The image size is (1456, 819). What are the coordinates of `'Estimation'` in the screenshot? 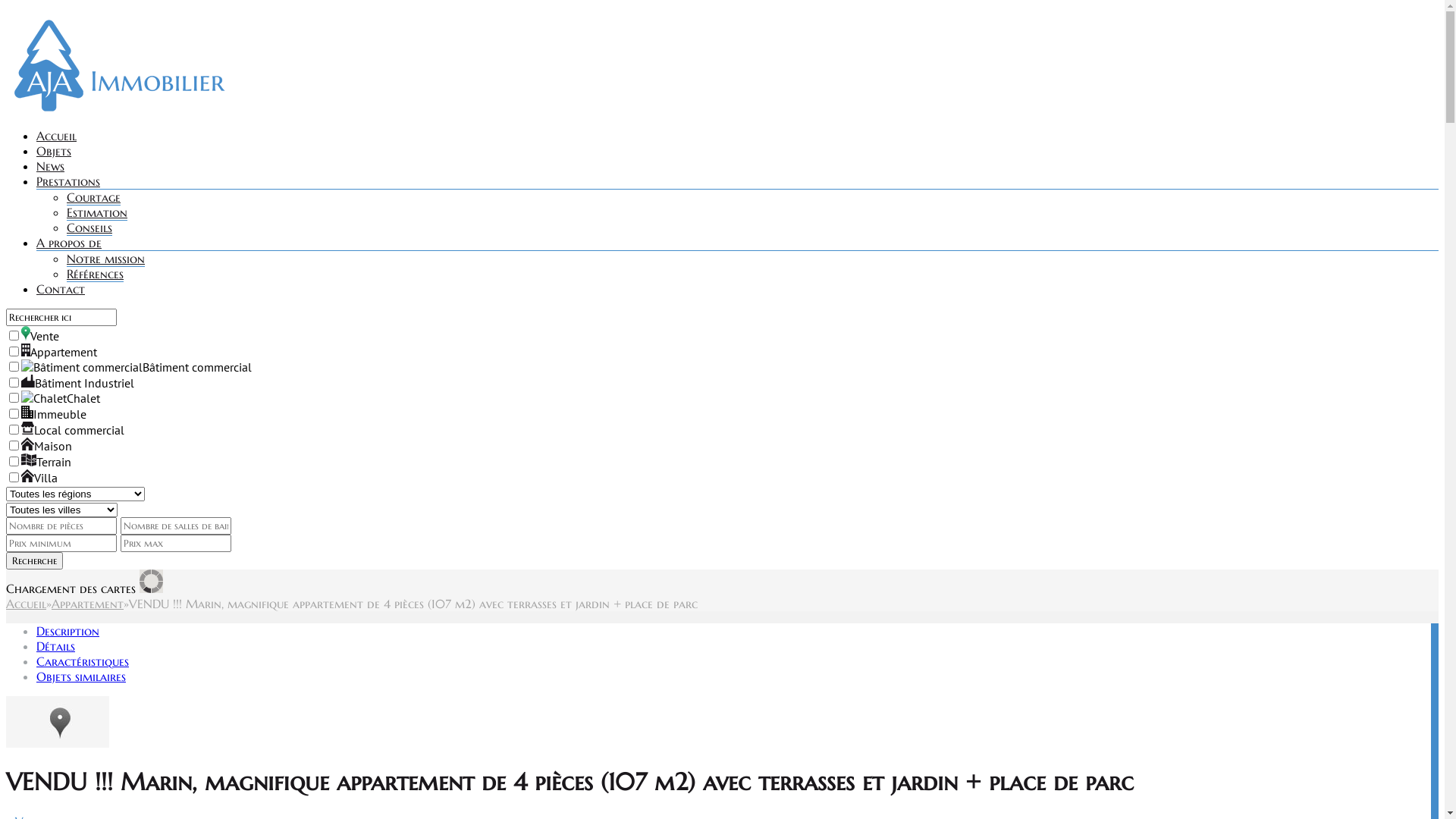 It's located at (96, 212).